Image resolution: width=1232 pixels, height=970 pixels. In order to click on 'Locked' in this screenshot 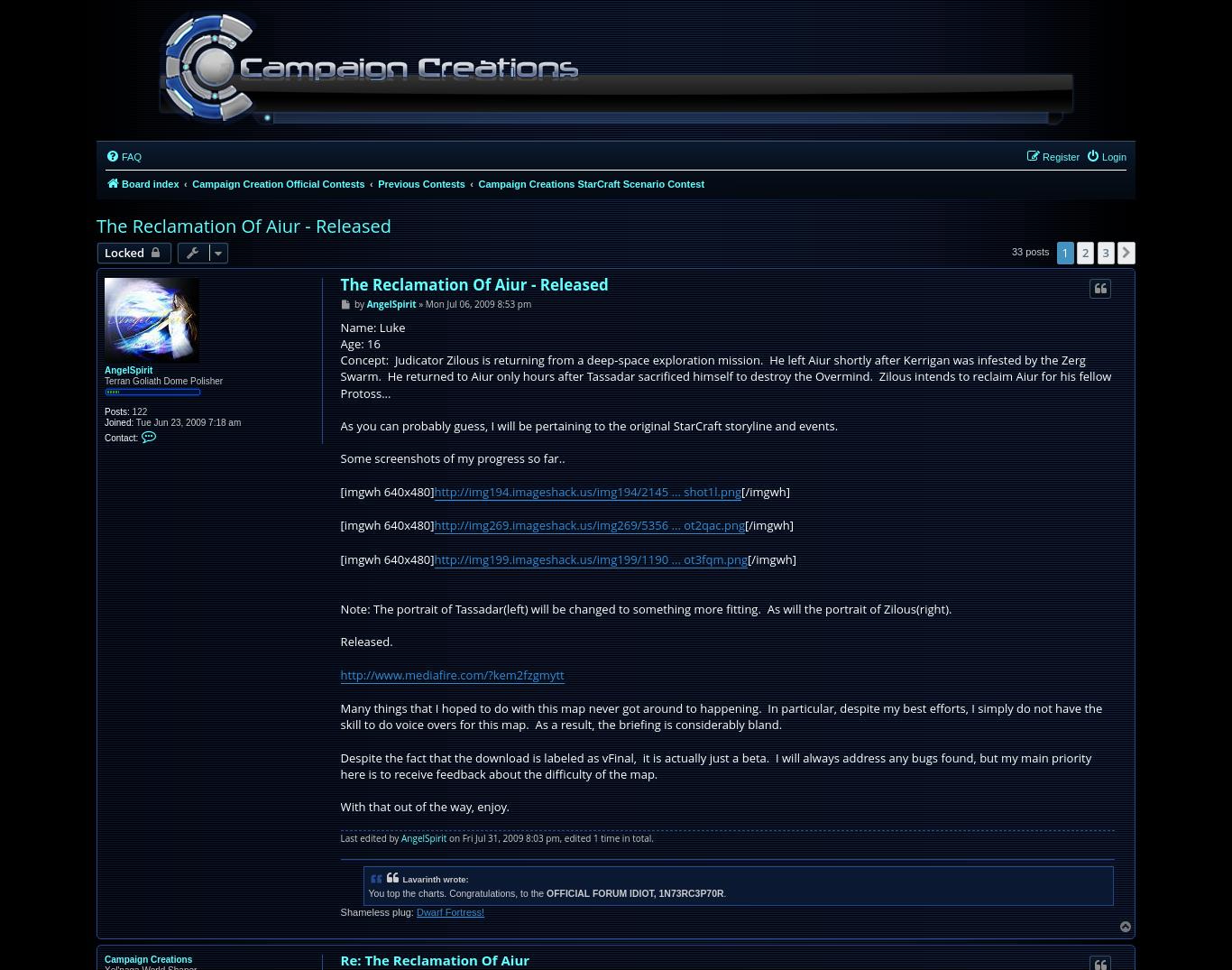, I will do `click(123, 253)`.